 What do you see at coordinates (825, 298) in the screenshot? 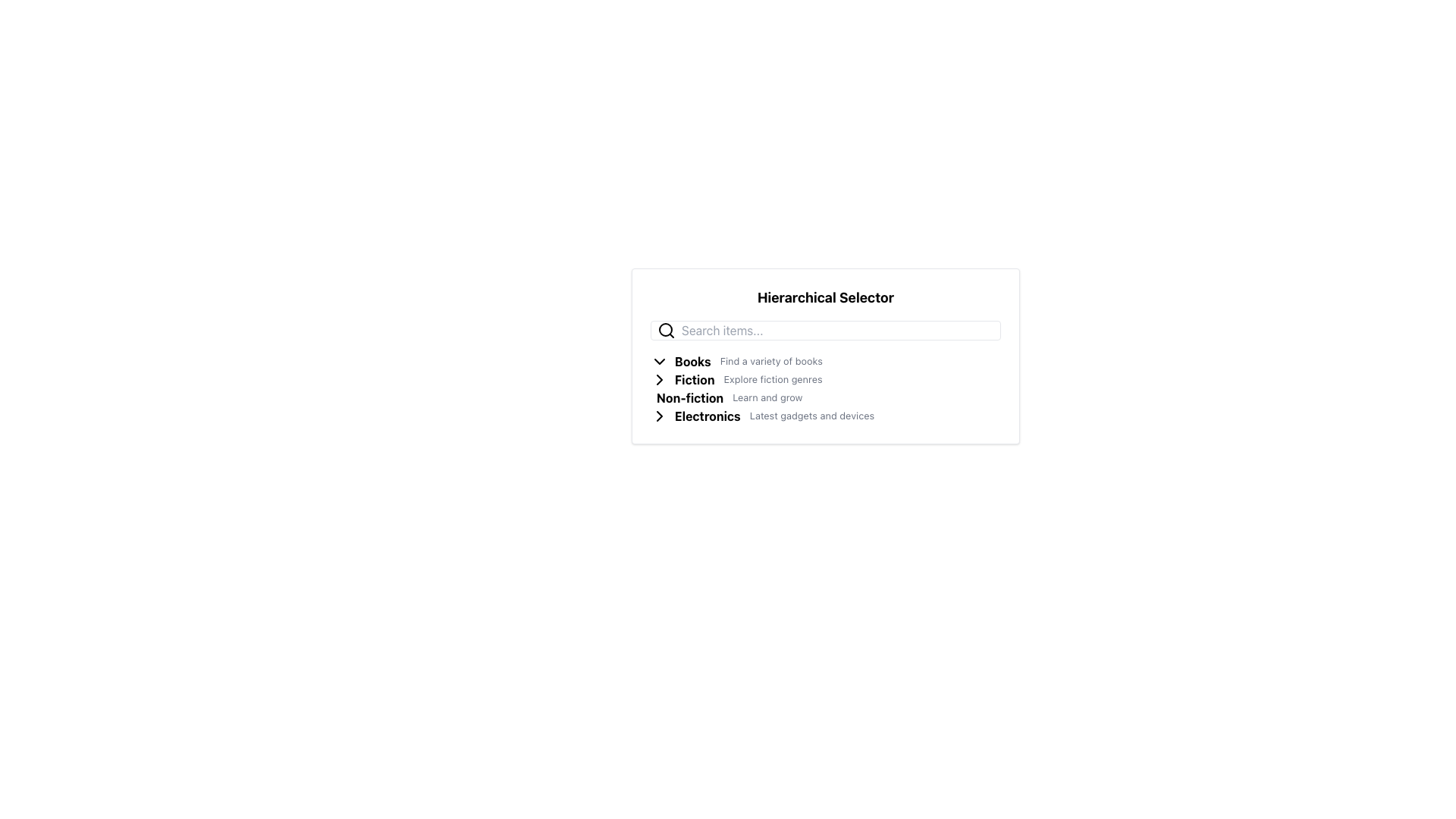
I see `the title text element that serves as a heading for the section, which is located above the search bar and other items like 'Books' and 'Fiction'` at bounding box center [825, 298].